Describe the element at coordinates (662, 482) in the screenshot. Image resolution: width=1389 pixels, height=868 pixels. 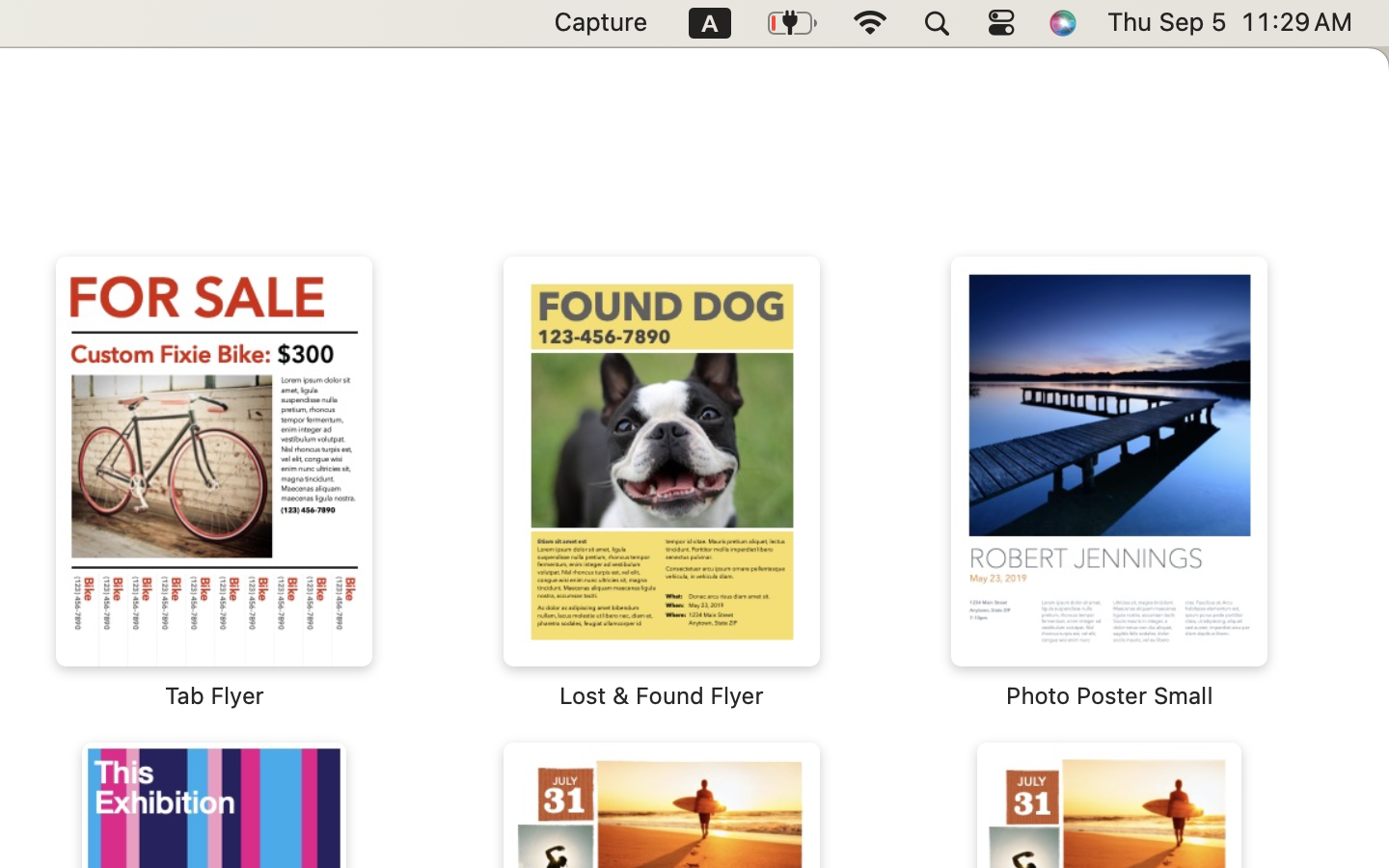
I see `'‎⁨Lost & Found Flyer⁩'` at that location.